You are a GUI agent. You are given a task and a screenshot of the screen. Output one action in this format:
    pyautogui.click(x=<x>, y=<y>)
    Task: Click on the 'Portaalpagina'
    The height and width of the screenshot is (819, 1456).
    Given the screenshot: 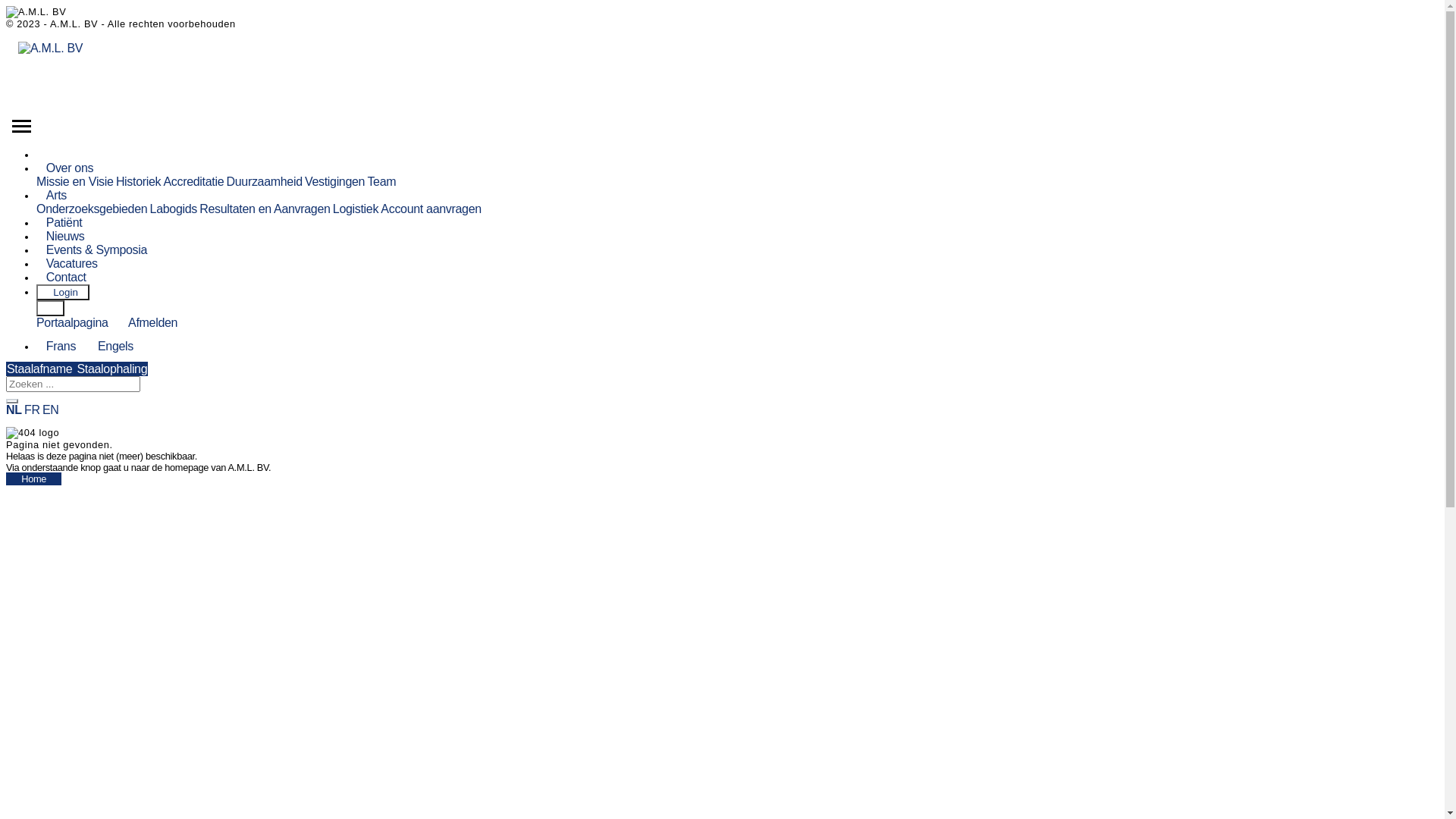 What is the action you would take?
    pyautogui.click(x=71, y=322)
    